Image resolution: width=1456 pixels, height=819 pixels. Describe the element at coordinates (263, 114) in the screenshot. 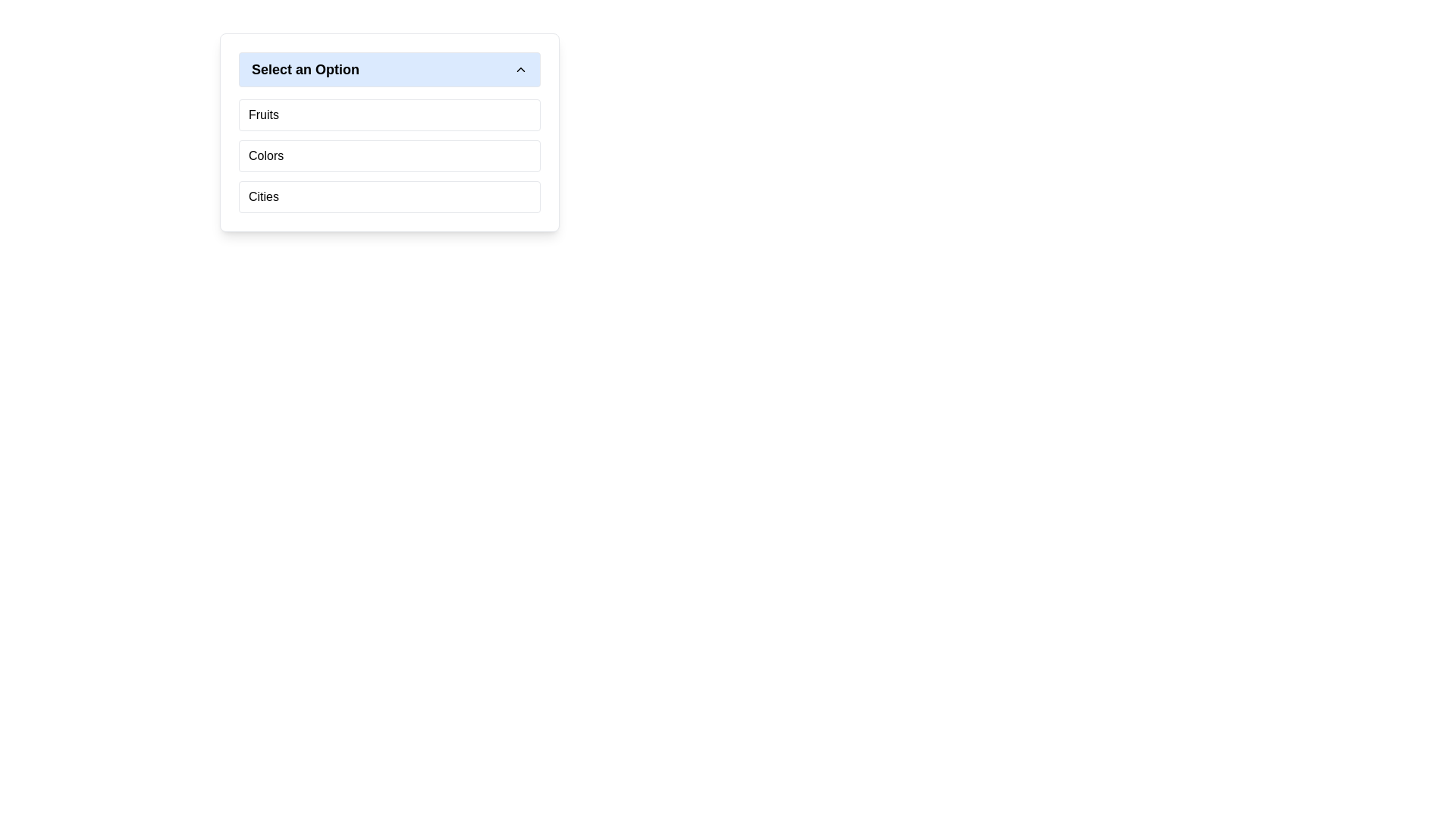

I see `the first option 'Fruits' from the dropdown menu labeled 'Select an Option' to activate or choose it` at that location.